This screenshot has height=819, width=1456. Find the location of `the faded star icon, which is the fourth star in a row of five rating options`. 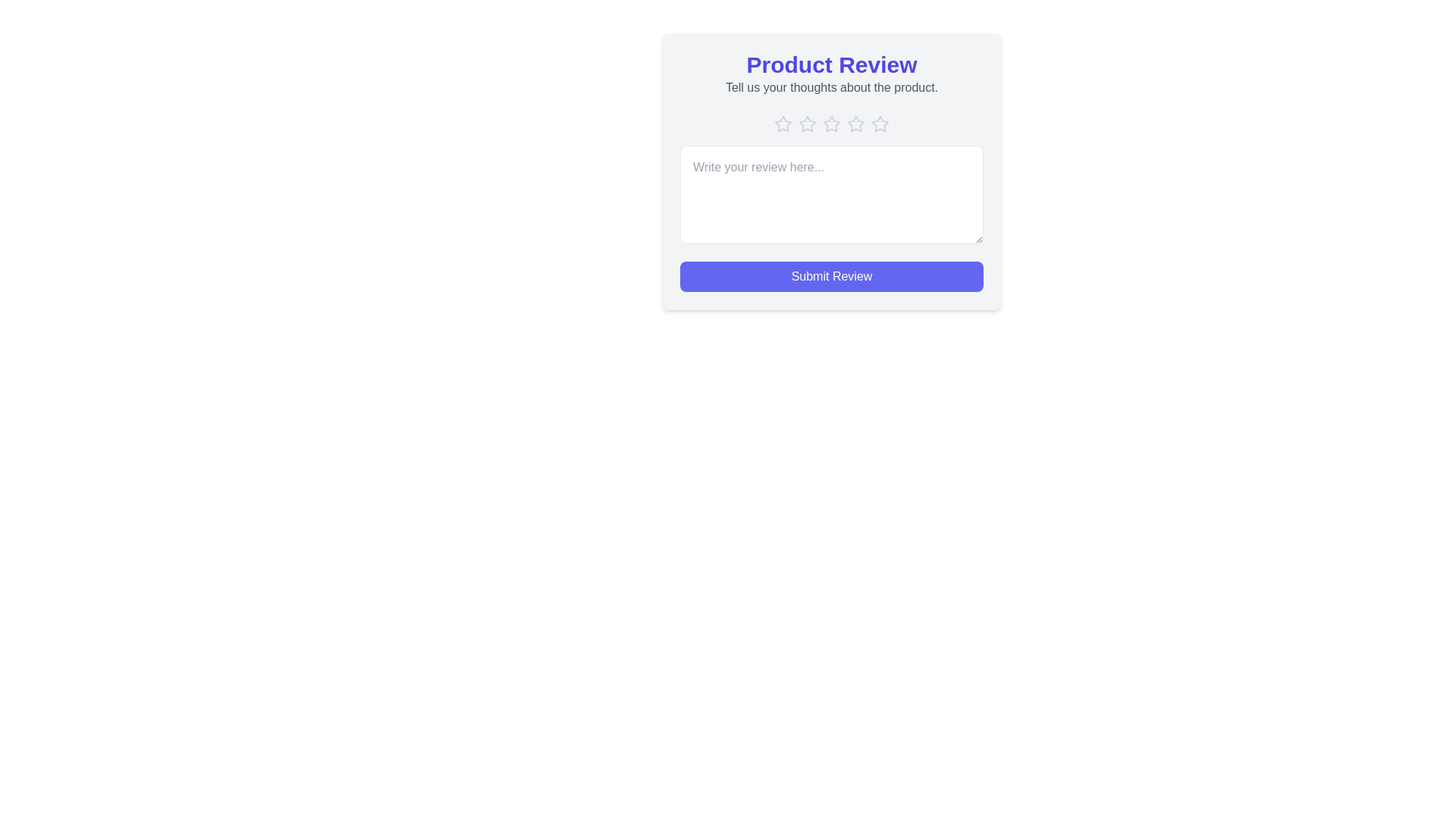

the faded star icon, which is the fourth star in a row of five rating options is located at coordinates (855, 124).